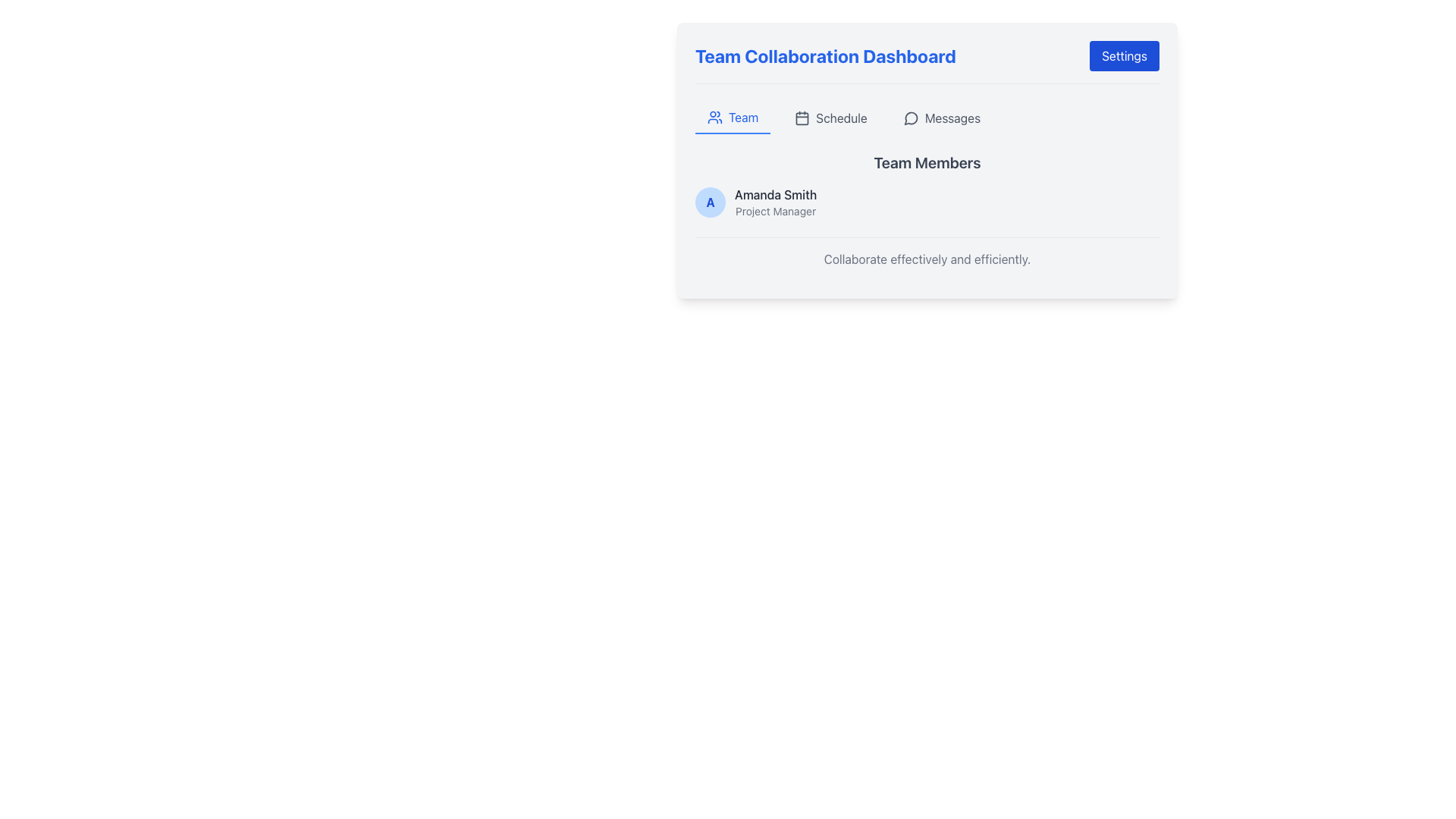  What do you see at coordinates (709, 201) in the screenshot?
I see `the Avatar element featuring the letter 'A' in bold blue text on a light blue background` at bounding box center [709, 201].